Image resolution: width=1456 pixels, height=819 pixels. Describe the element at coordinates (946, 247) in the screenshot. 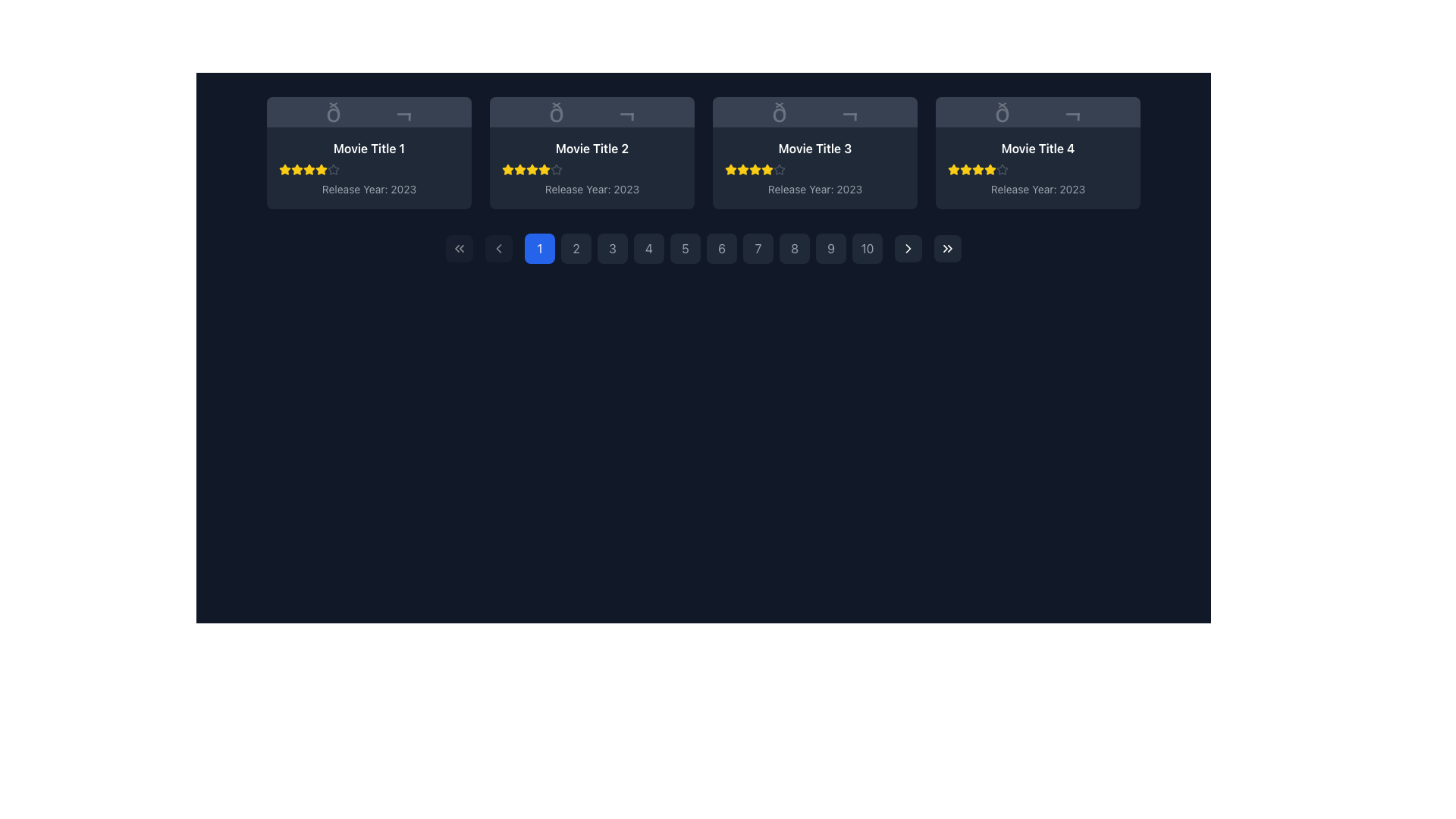

I see `the right-pointing double-chevron button with a dark gray background` at that location.